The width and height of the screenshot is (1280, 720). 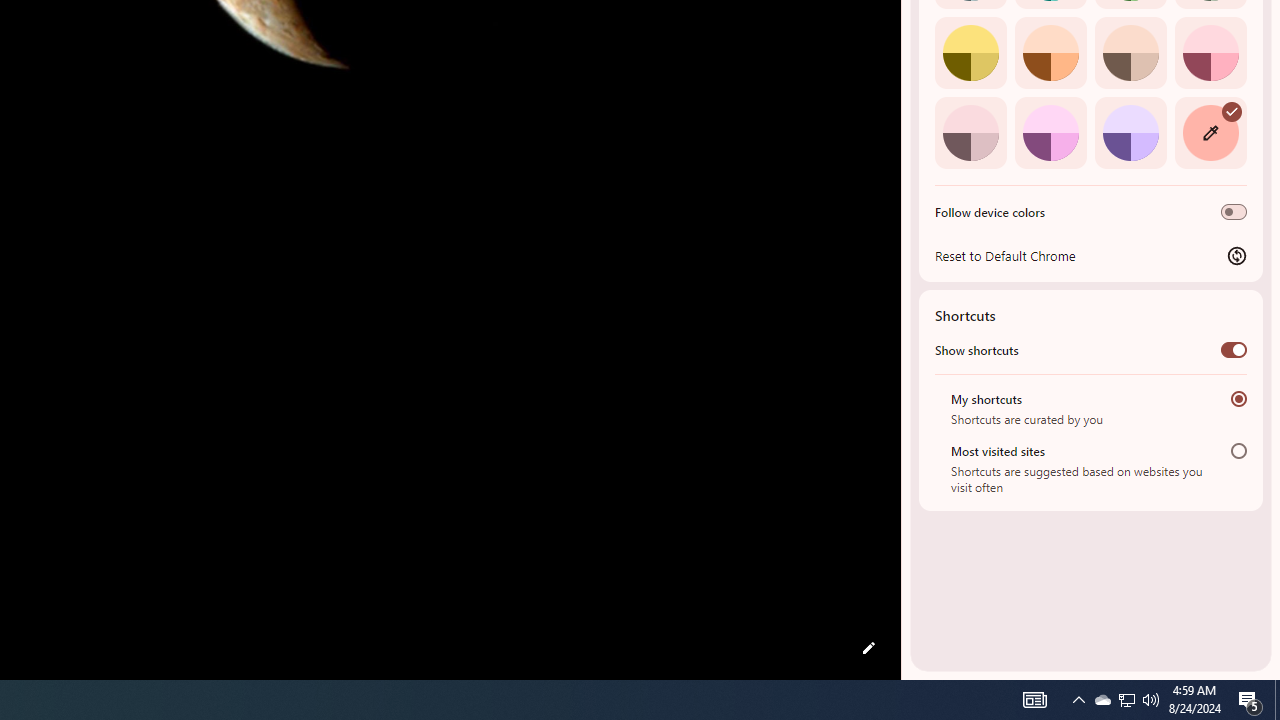 I want to click on 'Customize this page', so click(x=868, y=648).